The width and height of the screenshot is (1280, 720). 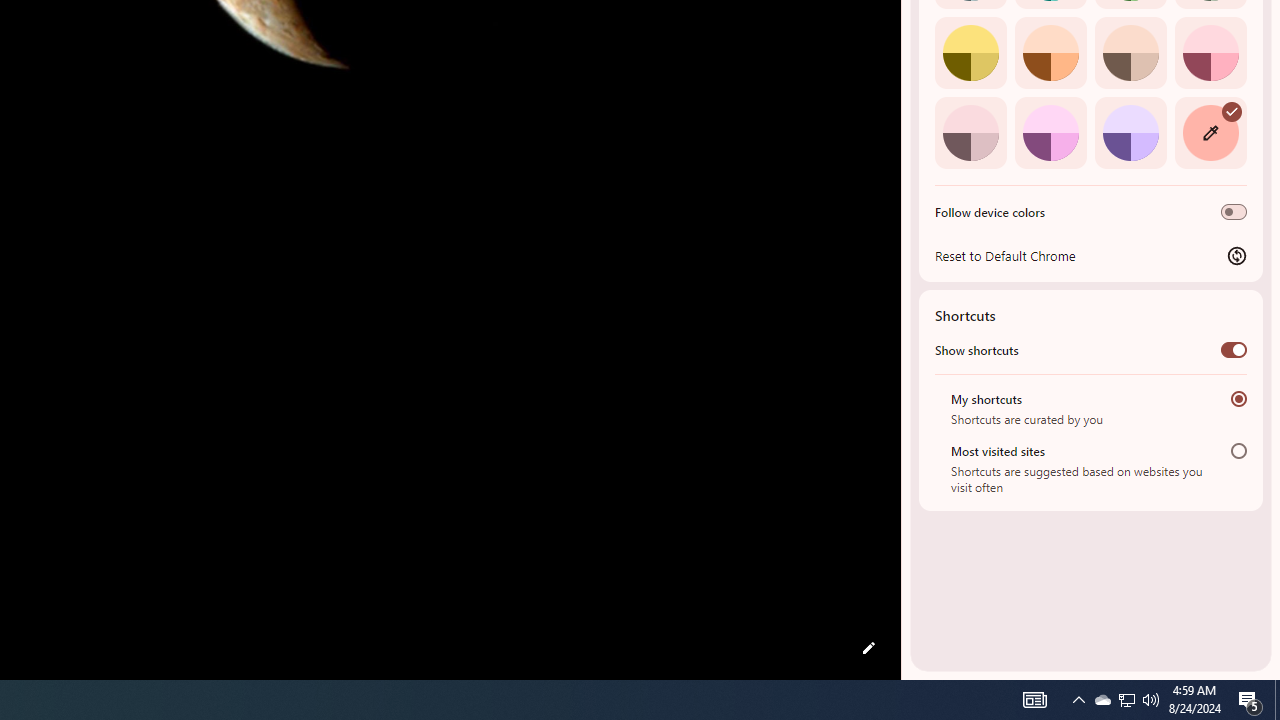 I want to click on 'Customize this page', so click(x=868, y=648).